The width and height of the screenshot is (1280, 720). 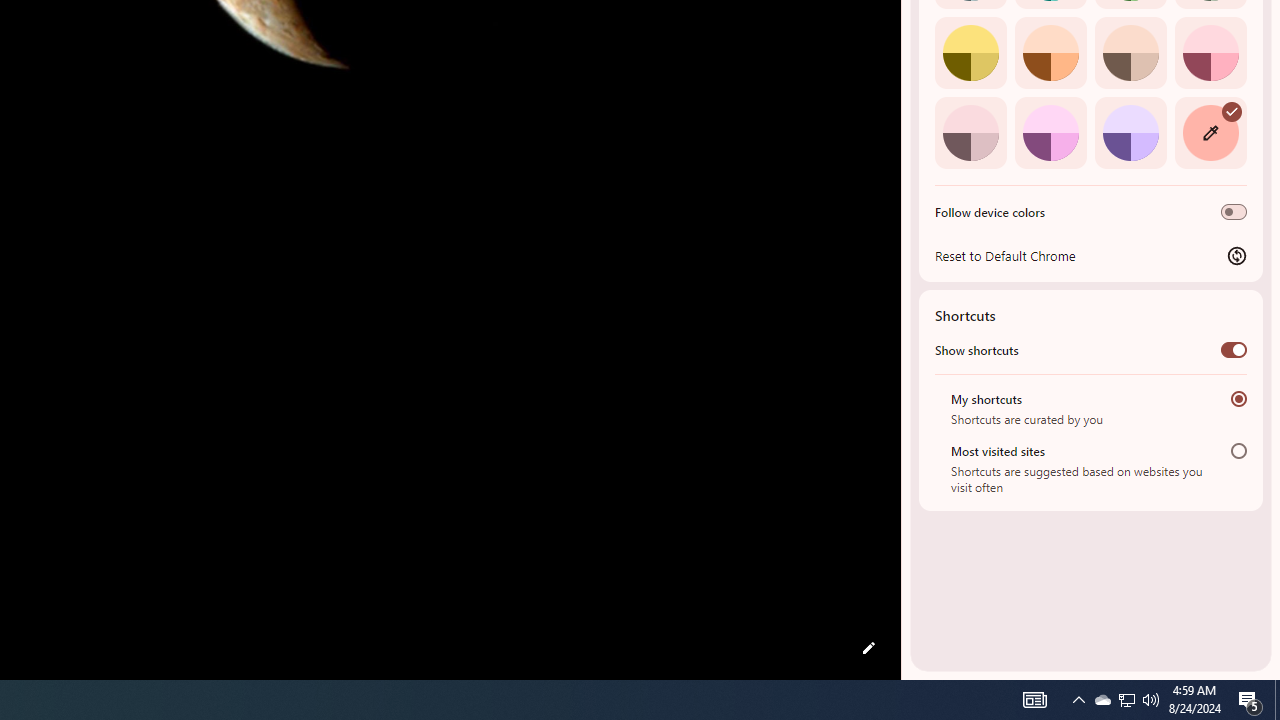 I want to click on 'Customize this page', so click(x=868, y=648).